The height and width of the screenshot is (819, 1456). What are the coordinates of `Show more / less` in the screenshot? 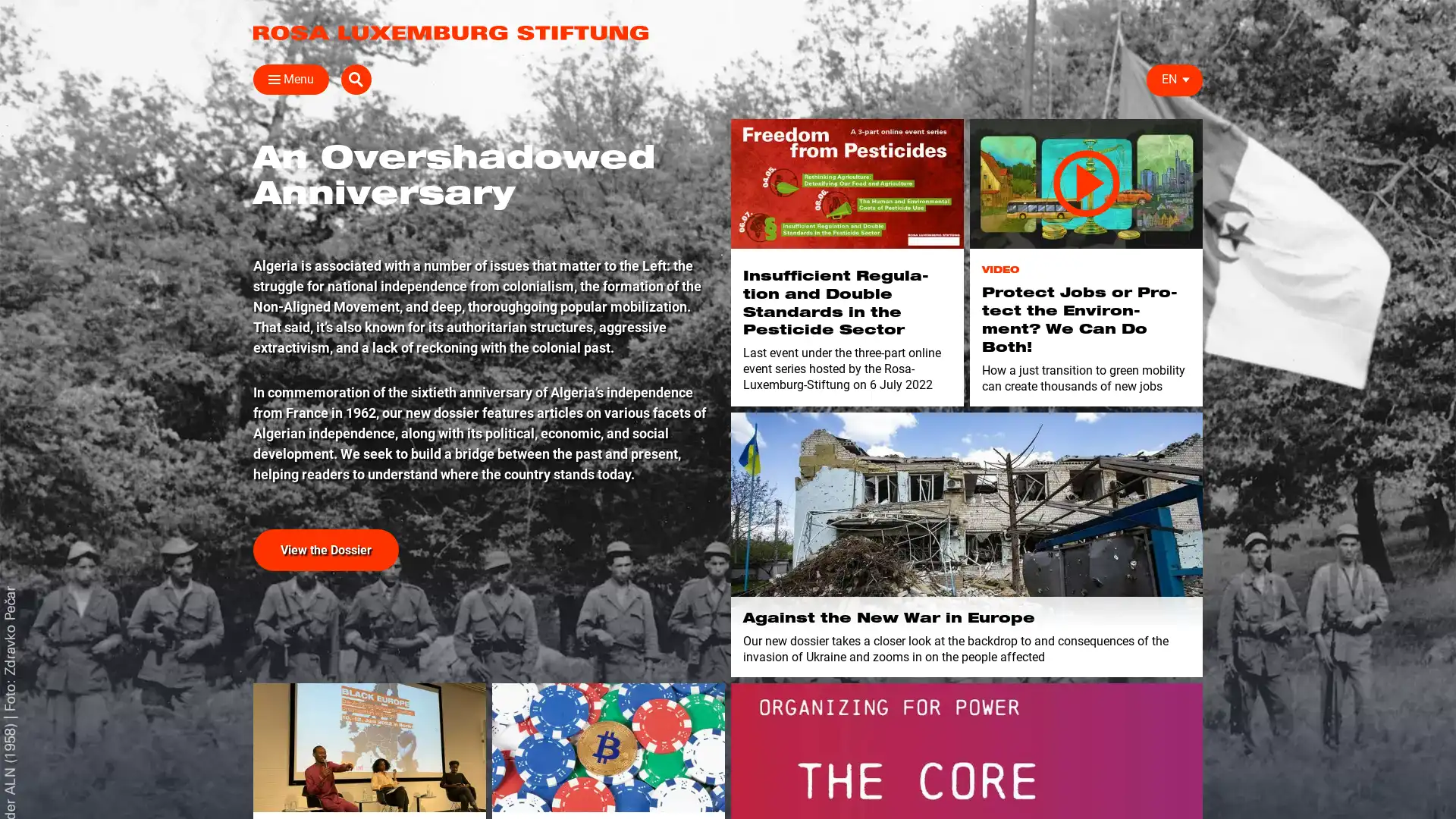 It's located at (483, 227).